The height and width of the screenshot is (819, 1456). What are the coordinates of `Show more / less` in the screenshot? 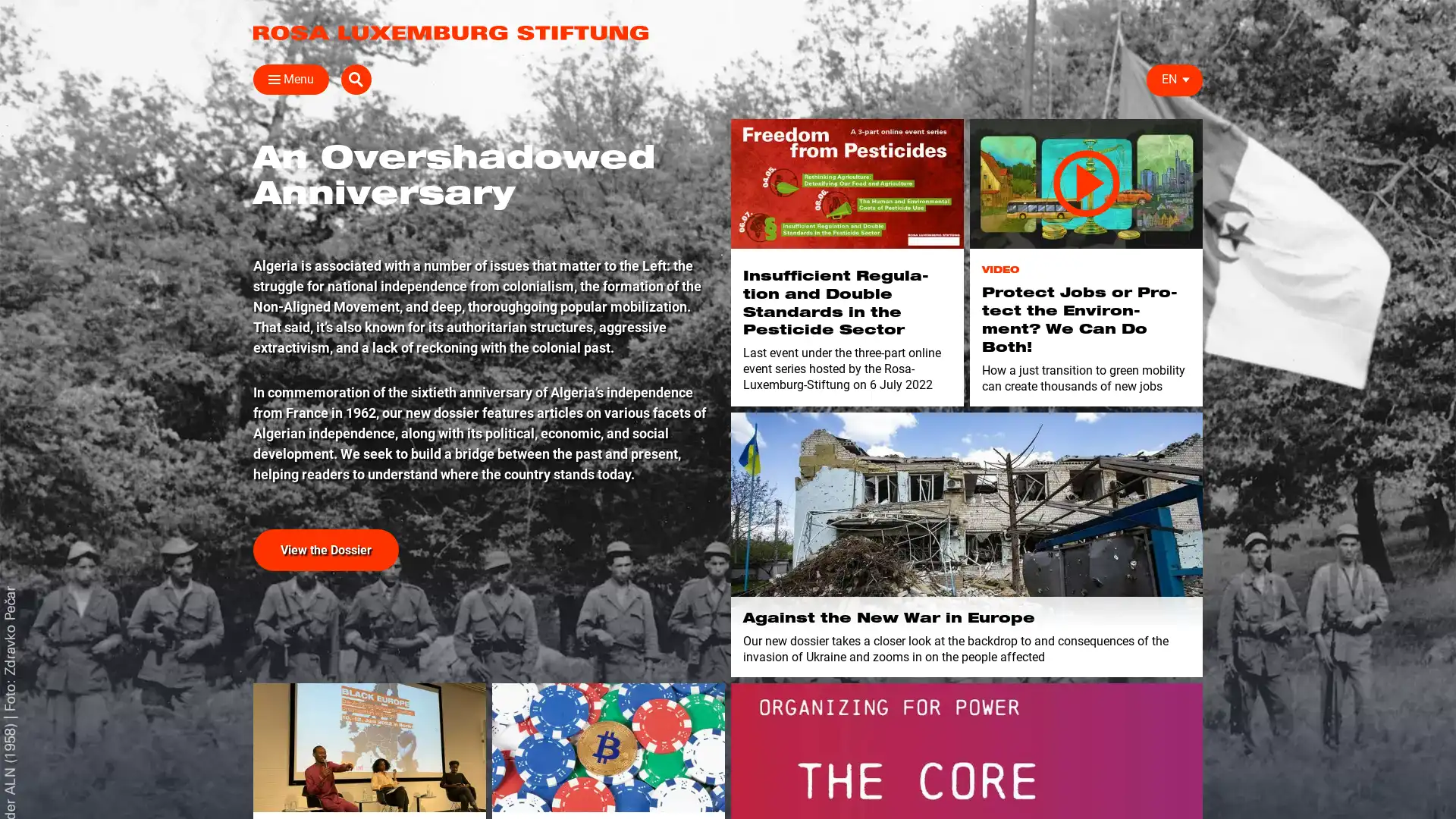 It's located at (483, 227).